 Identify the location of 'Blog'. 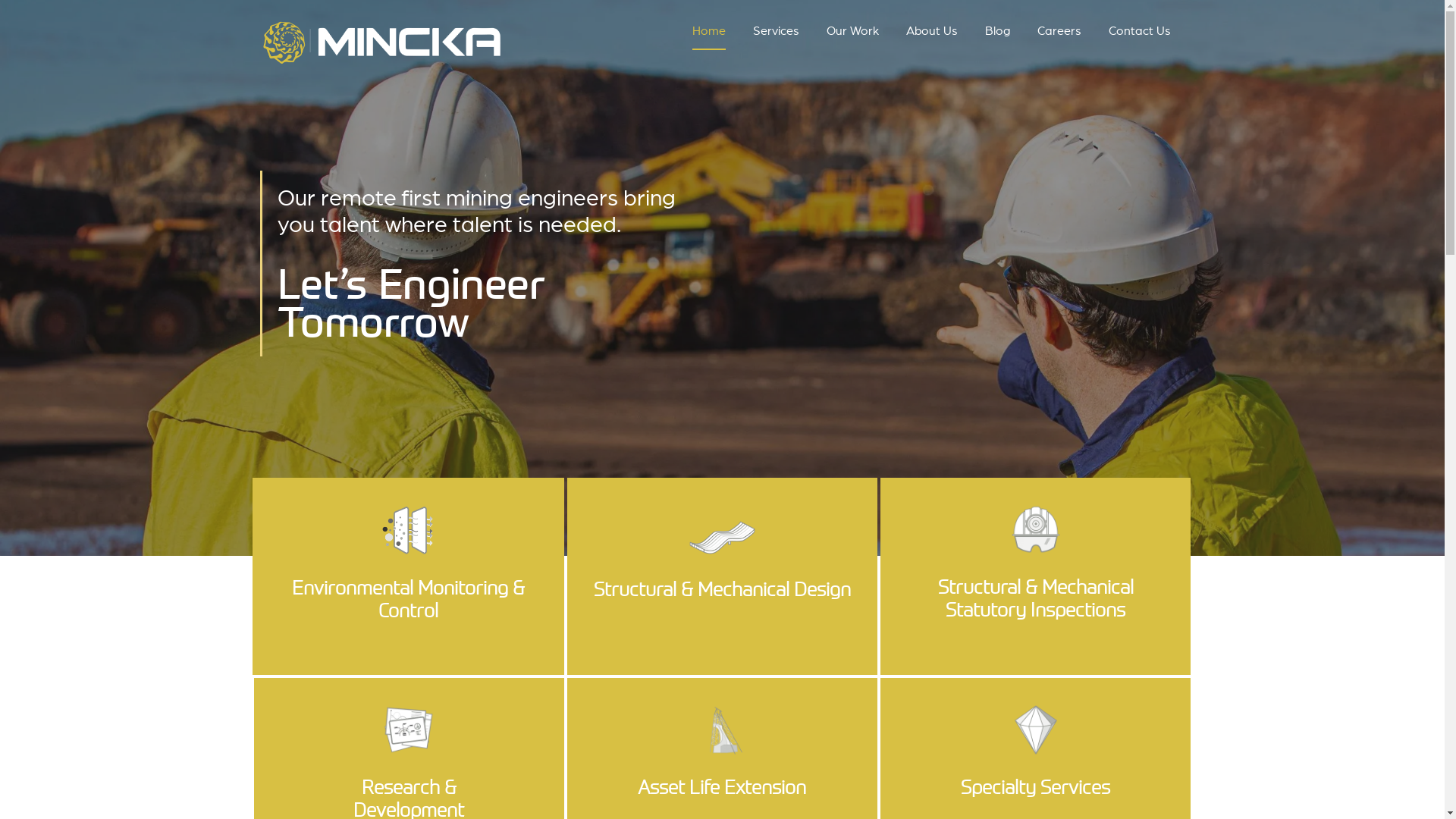
(985, 34).